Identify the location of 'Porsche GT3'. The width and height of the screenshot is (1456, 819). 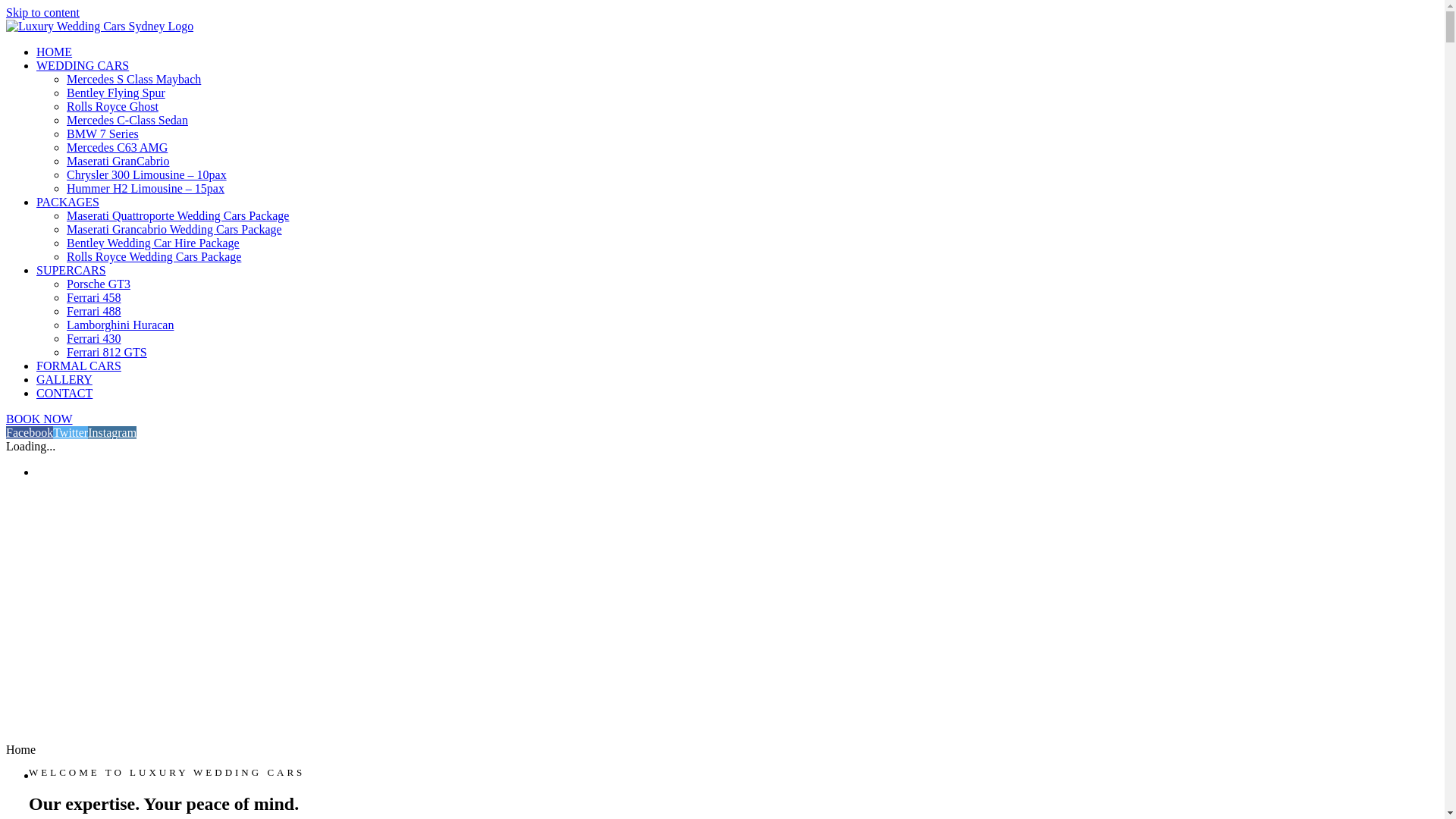
(97, 284).